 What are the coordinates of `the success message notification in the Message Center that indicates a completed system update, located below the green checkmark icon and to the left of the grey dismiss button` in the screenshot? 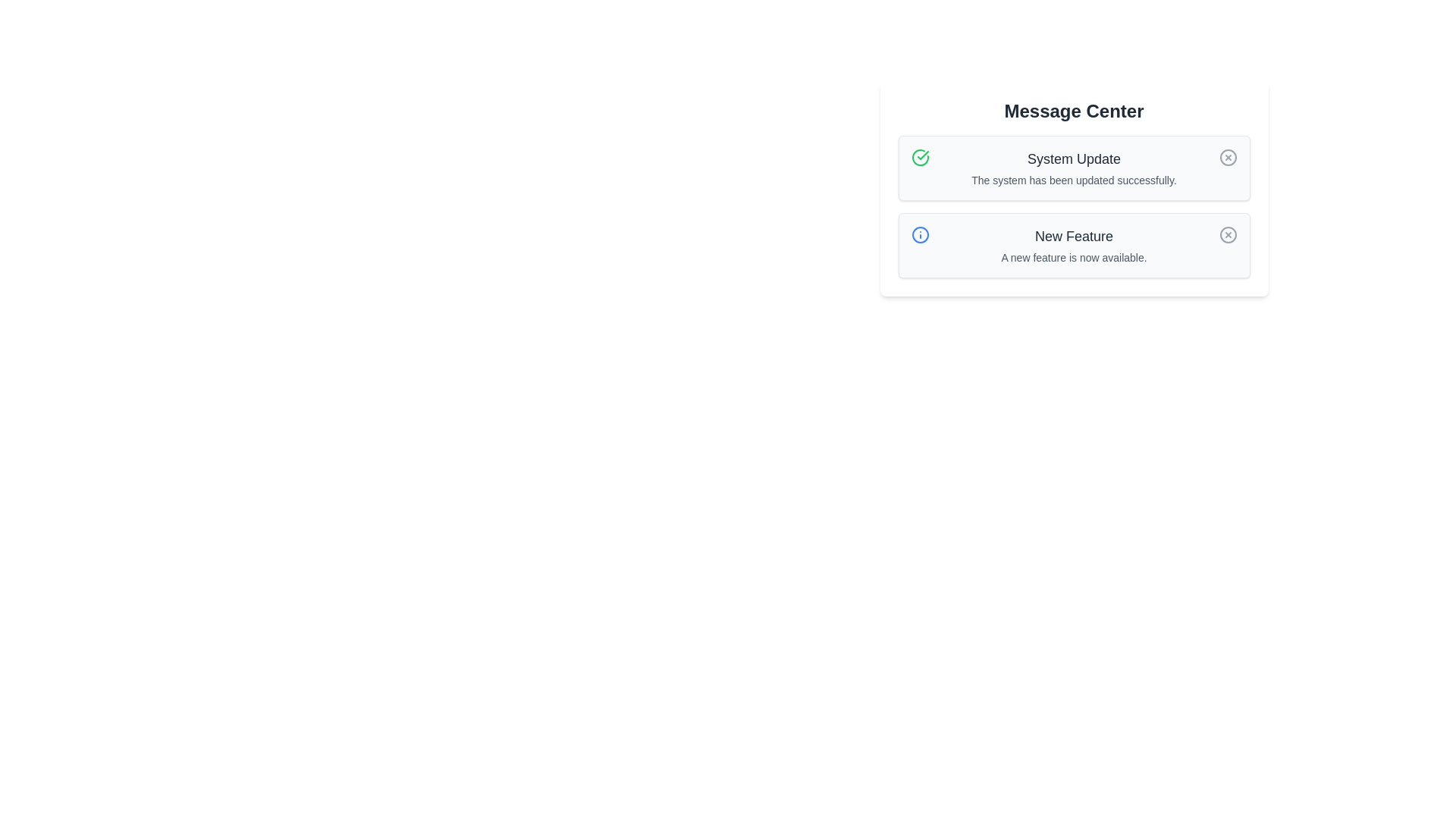 It's located at (1073, 168).